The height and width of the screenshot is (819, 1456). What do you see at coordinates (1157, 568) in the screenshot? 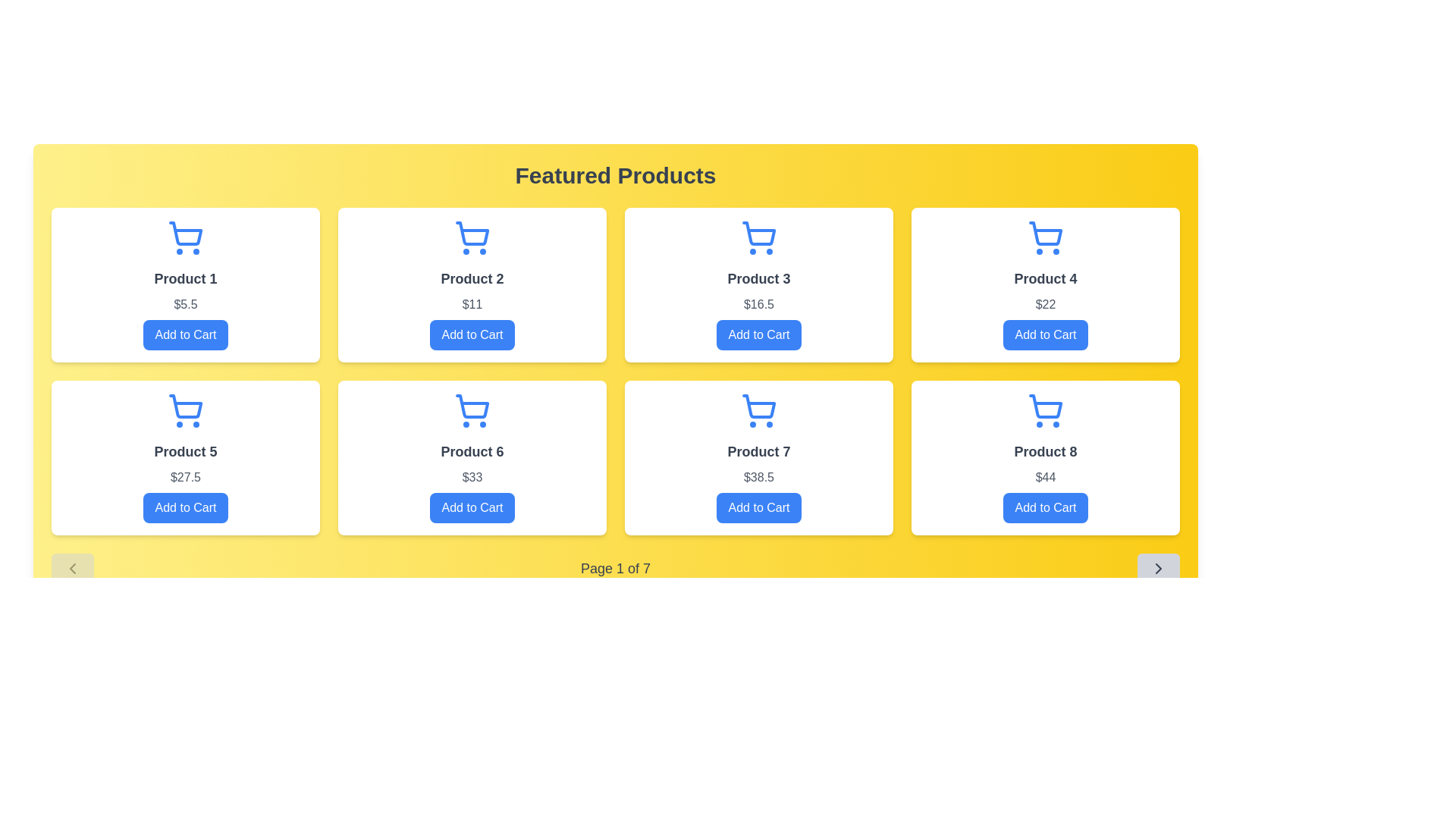
I see `the right-pointing chevron arrow icon located in the bottom-right section of the interface within a gray rounded rectangular button` at bounding box center [1157, 568].